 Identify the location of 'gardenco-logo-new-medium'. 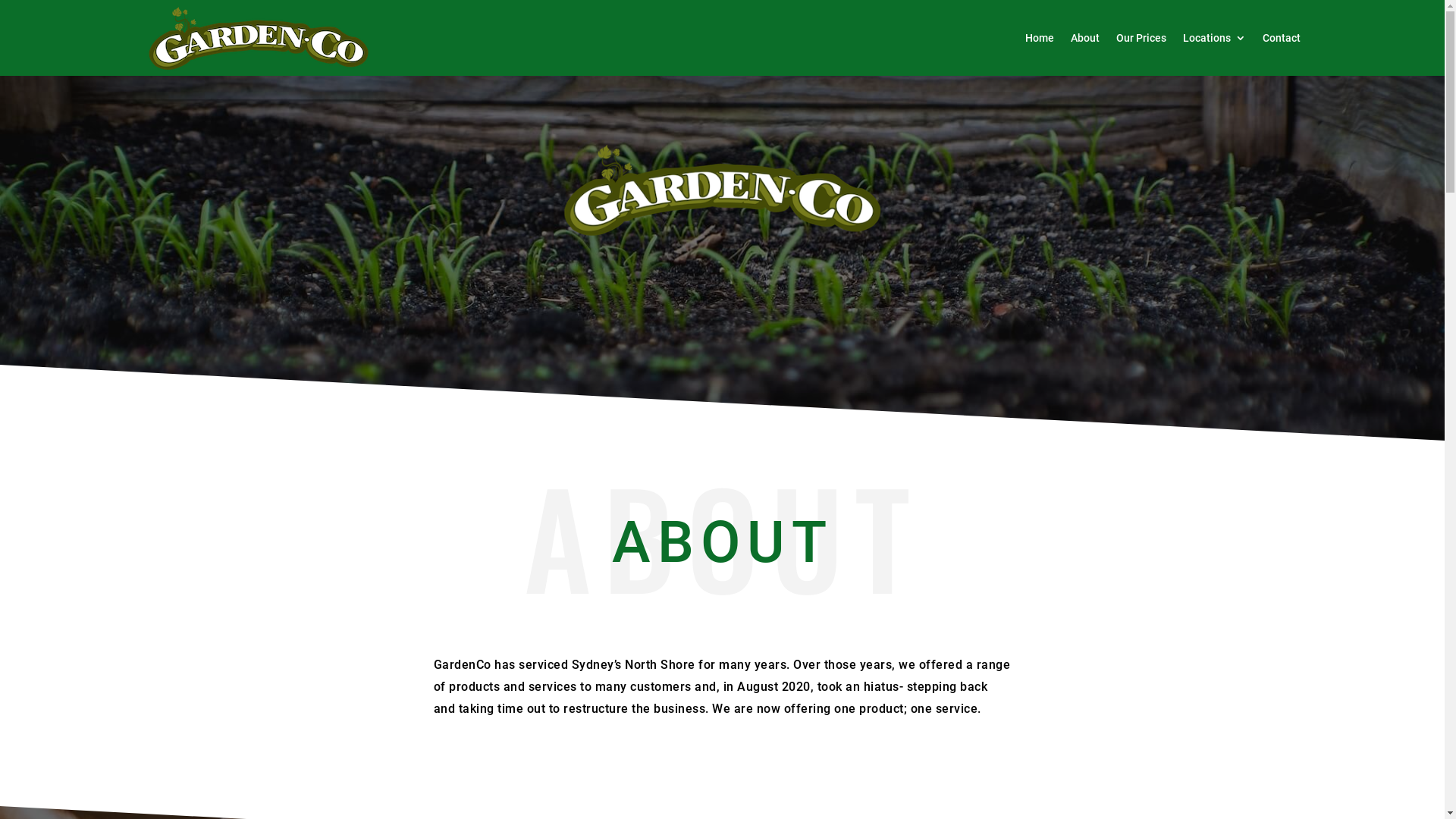
(721, 189).